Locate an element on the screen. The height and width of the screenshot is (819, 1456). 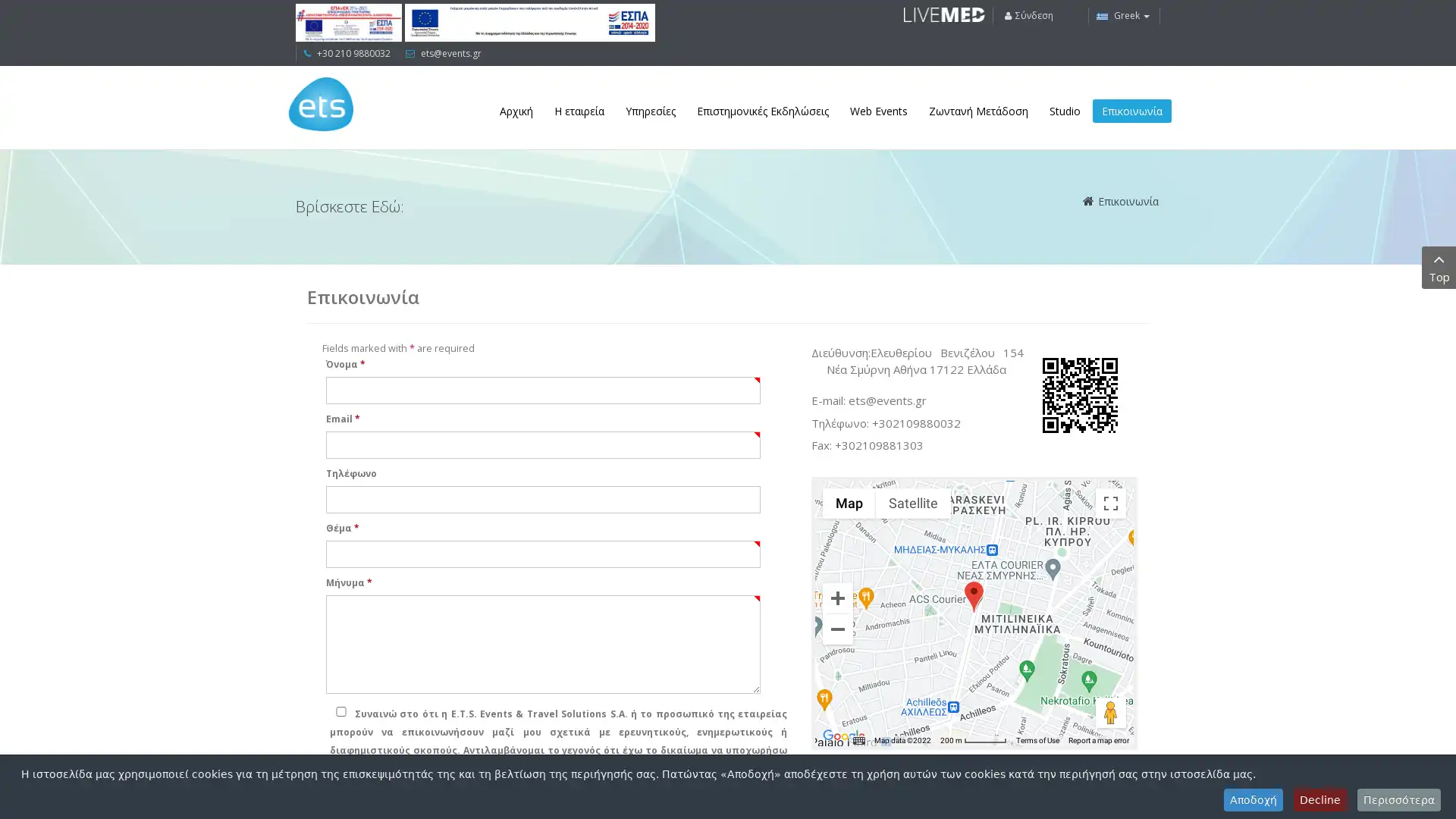
Toggle fullscreen view is located at coordinates (1110, 503).